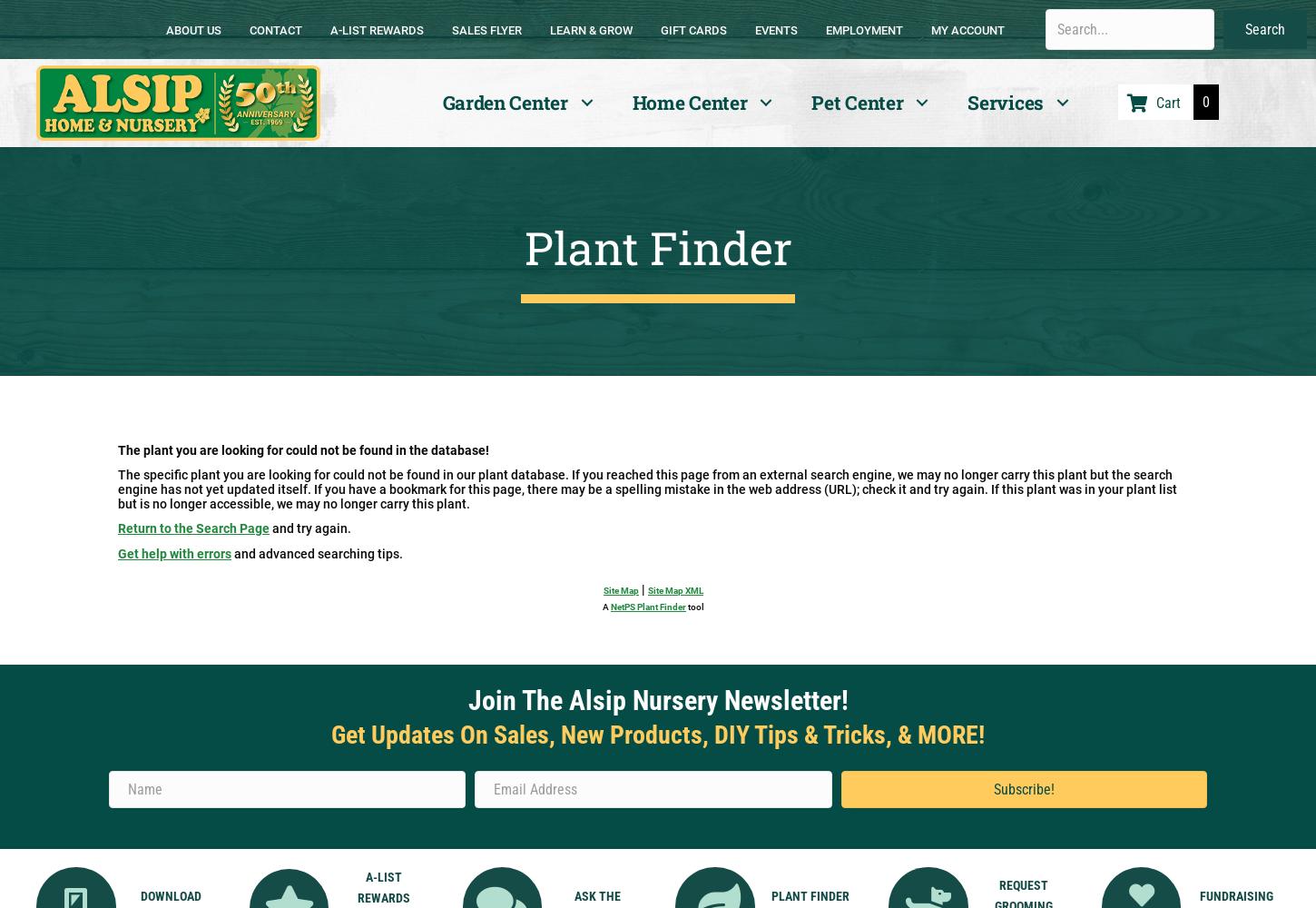 This screenshot has width=1316, height=908. Describe the element at coordinates (656, 247) in the screenshot. I see `'Plant Finder'` at that location.